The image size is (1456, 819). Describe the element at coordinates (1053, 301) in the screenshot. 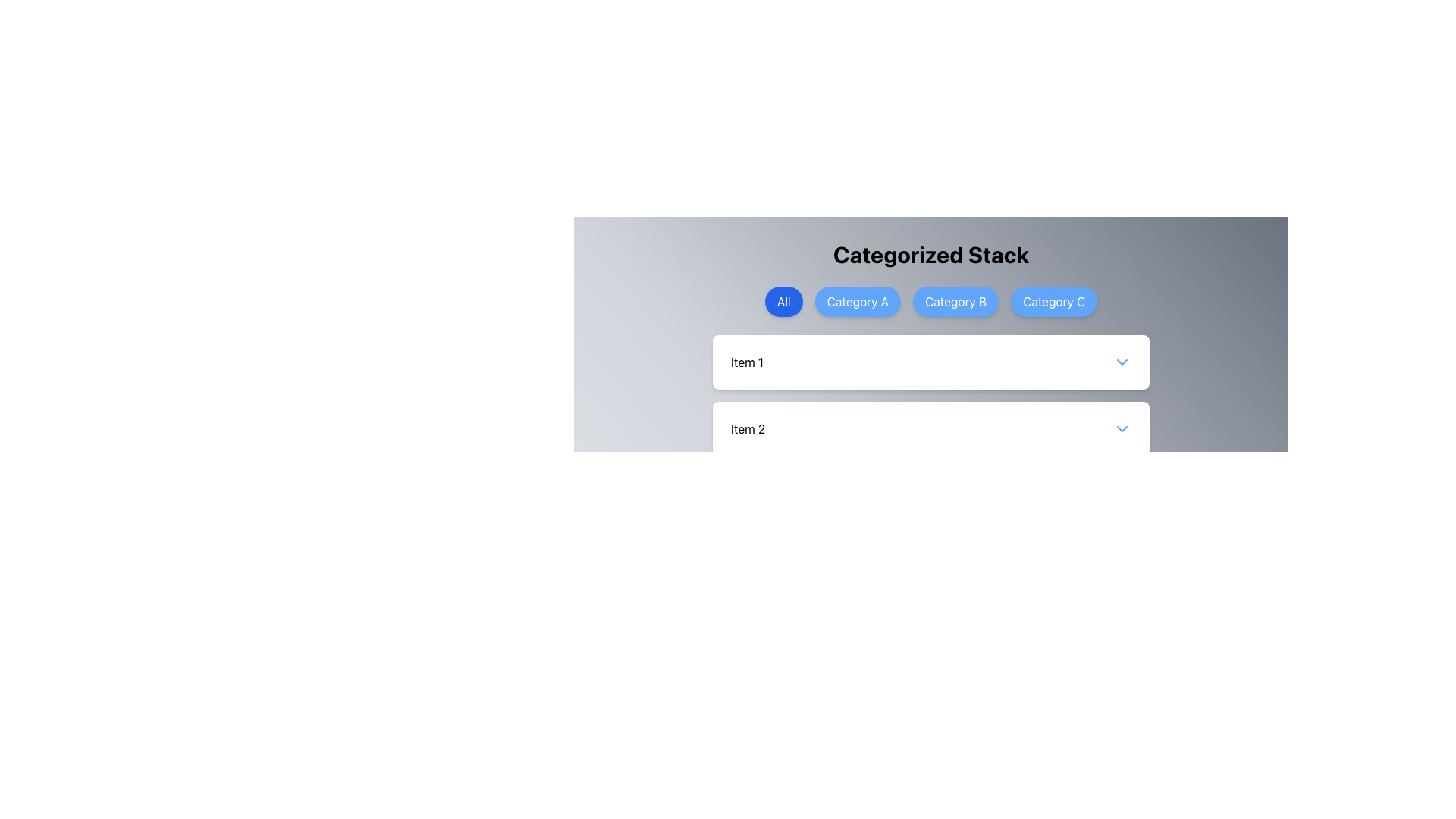

I see `the blue, rounded button labeled 'Category C' to filter items by Category C` at that location.